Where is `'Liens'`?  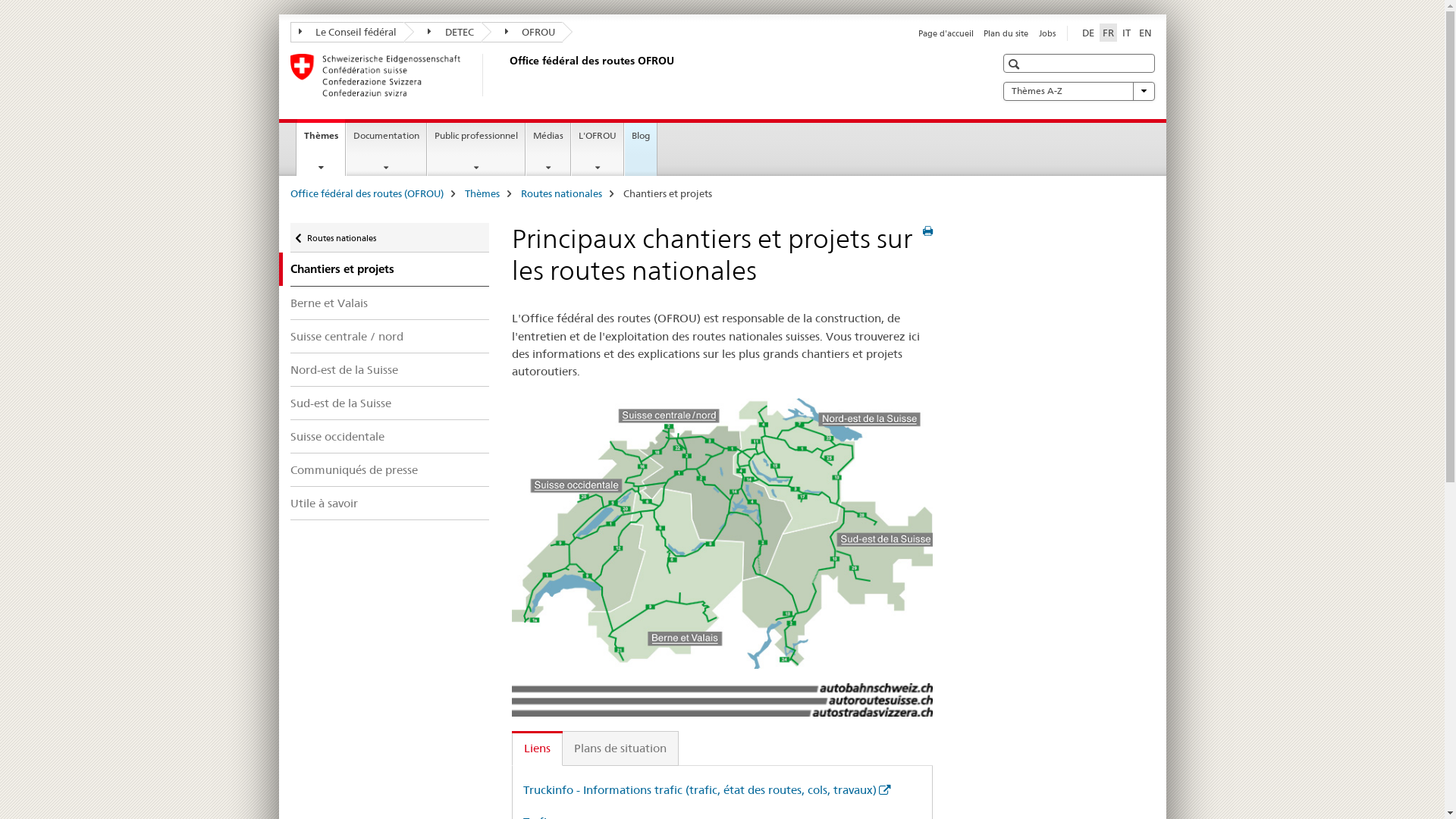 'Liens' is located at coordinates (537, 748).